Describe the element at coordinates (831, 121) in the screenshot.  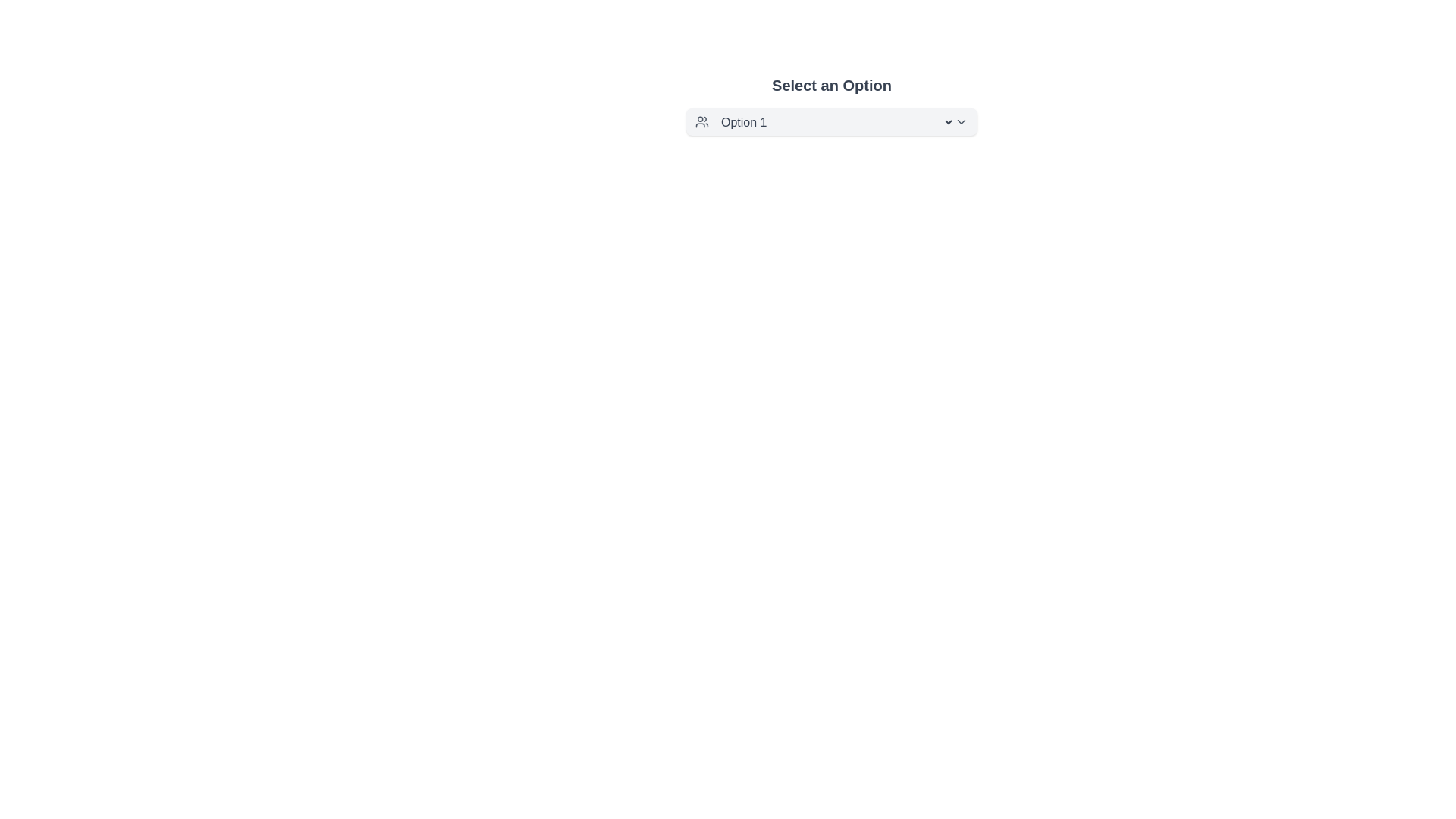
I see `the dropdown menu located under the title 'Select an Option'` at that location.